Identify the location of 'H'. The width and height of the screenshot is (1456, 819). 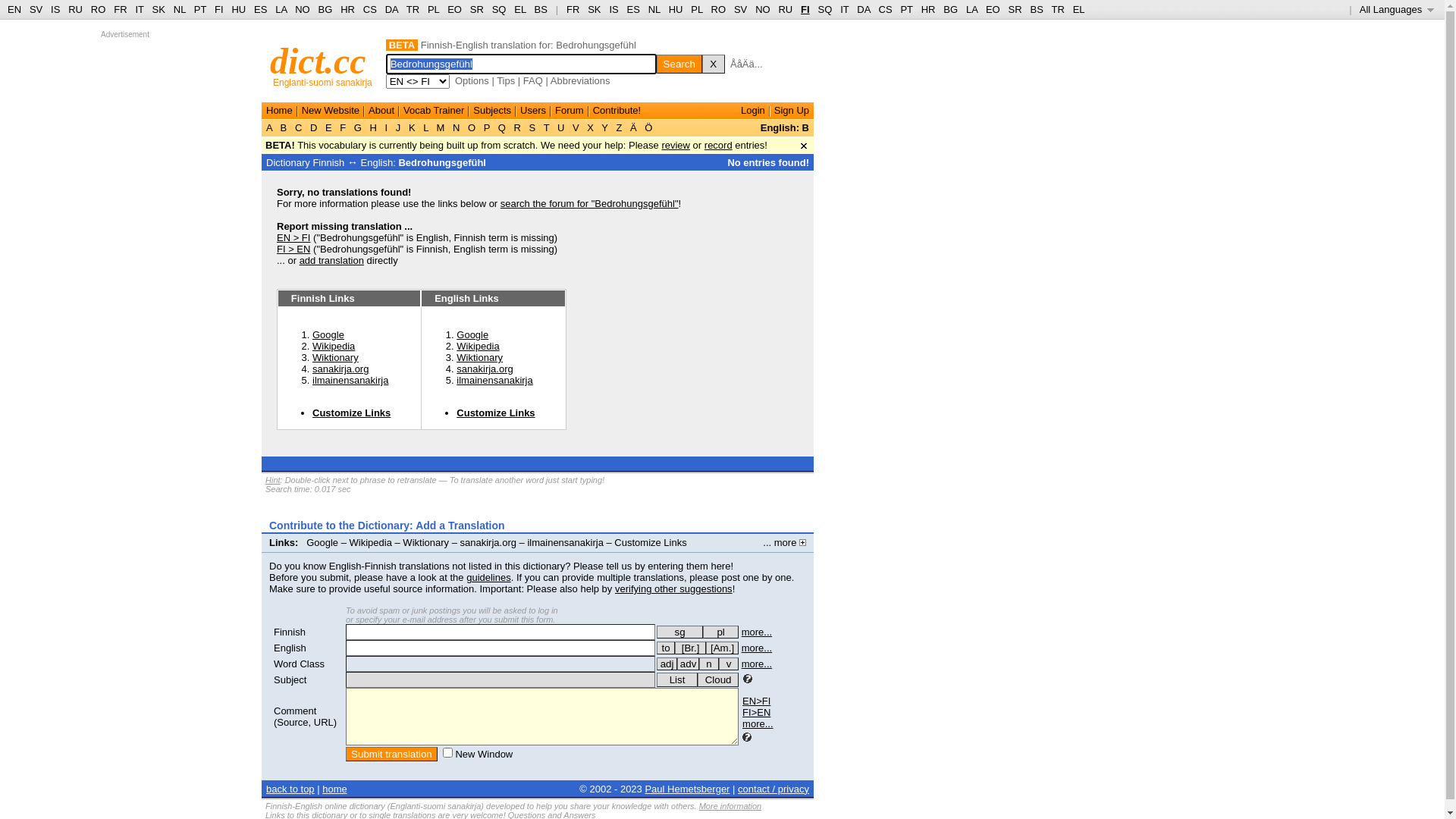
(373, 127).